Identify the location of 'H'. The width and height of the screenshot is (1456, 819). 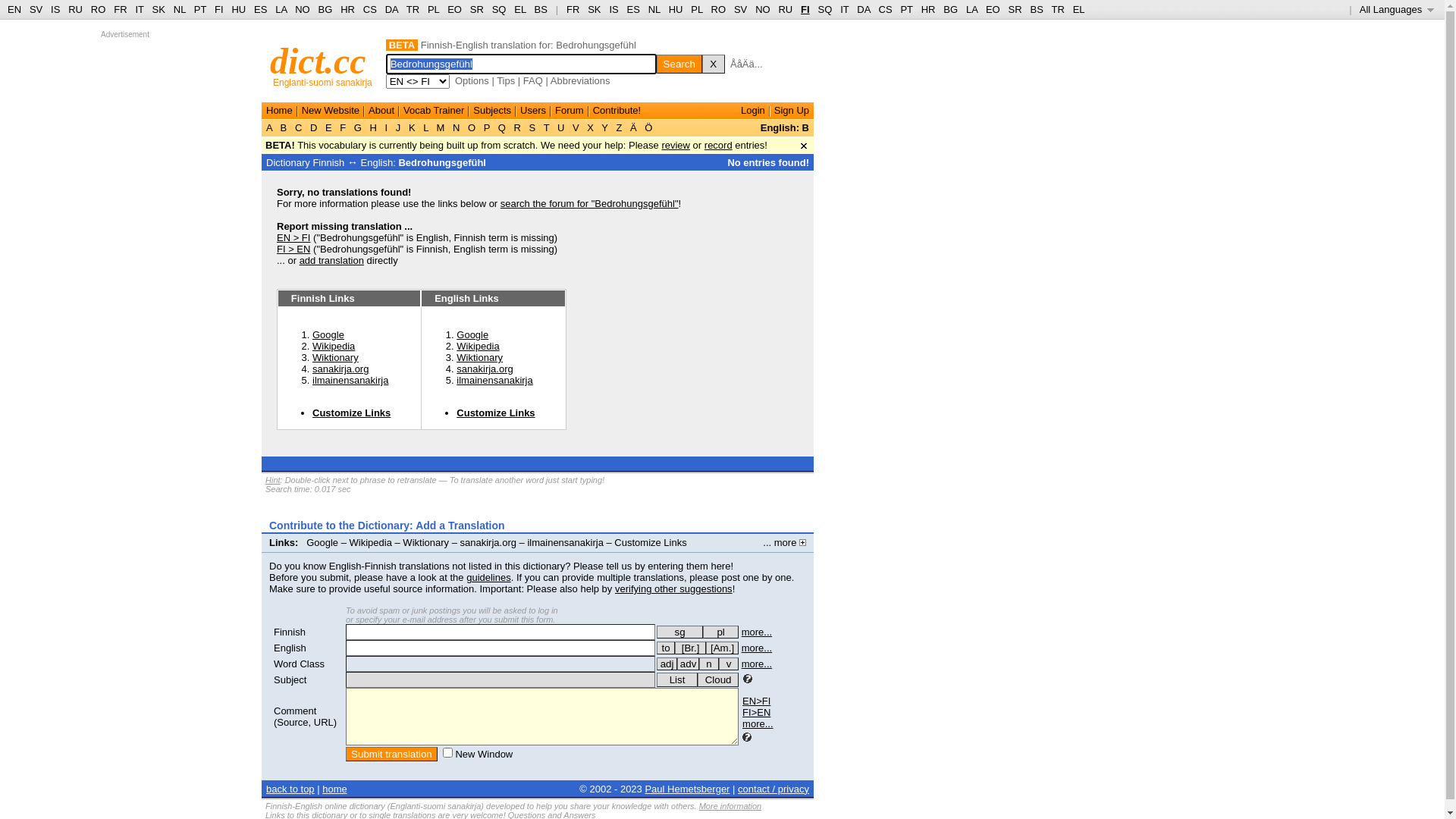
(373, 127).